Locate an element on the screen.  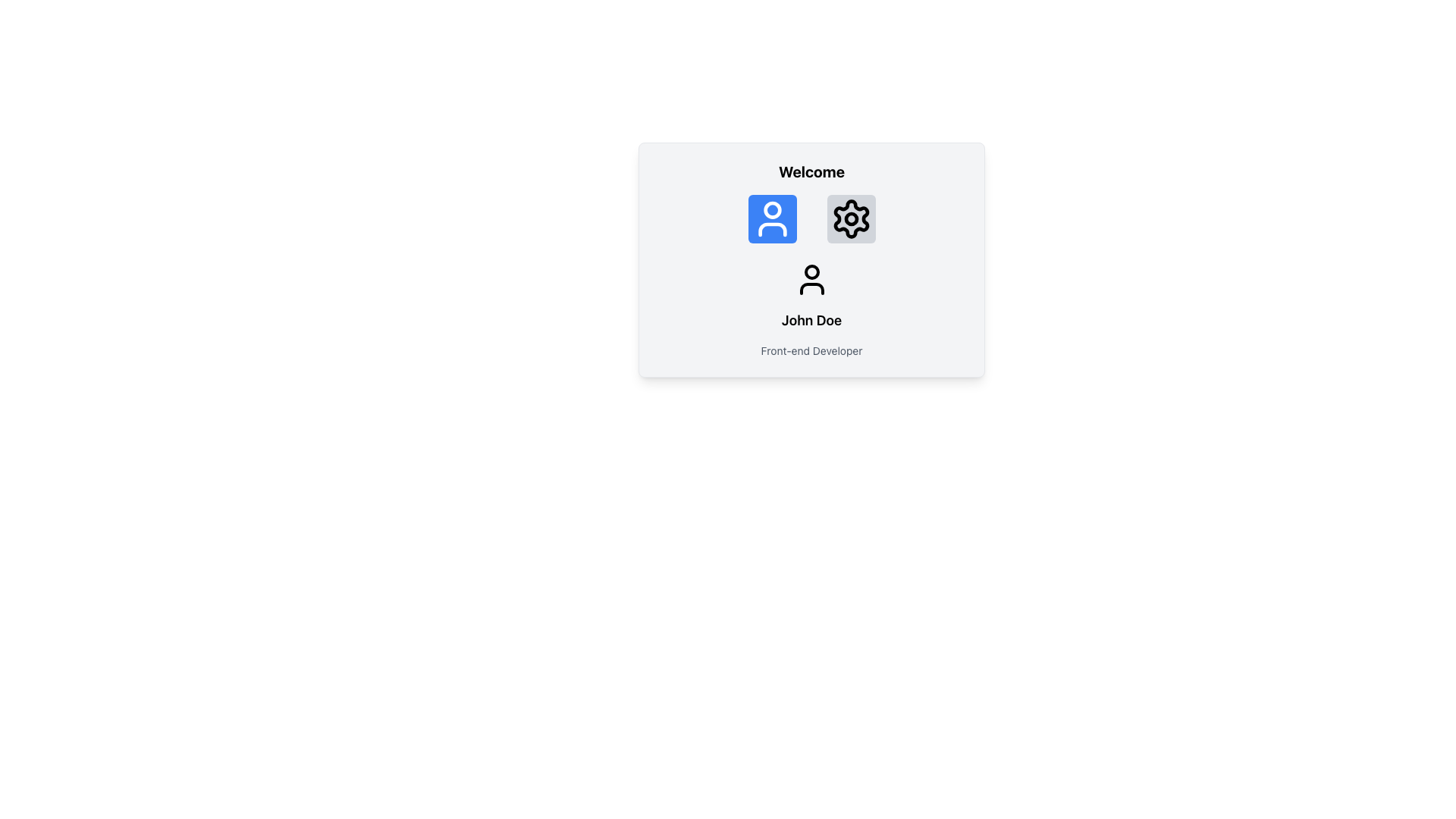
the SVG circle representing the user profile icon, which is the first of two icons arranged horizontally at the top of the card interface is located at coordinates (772, 210).